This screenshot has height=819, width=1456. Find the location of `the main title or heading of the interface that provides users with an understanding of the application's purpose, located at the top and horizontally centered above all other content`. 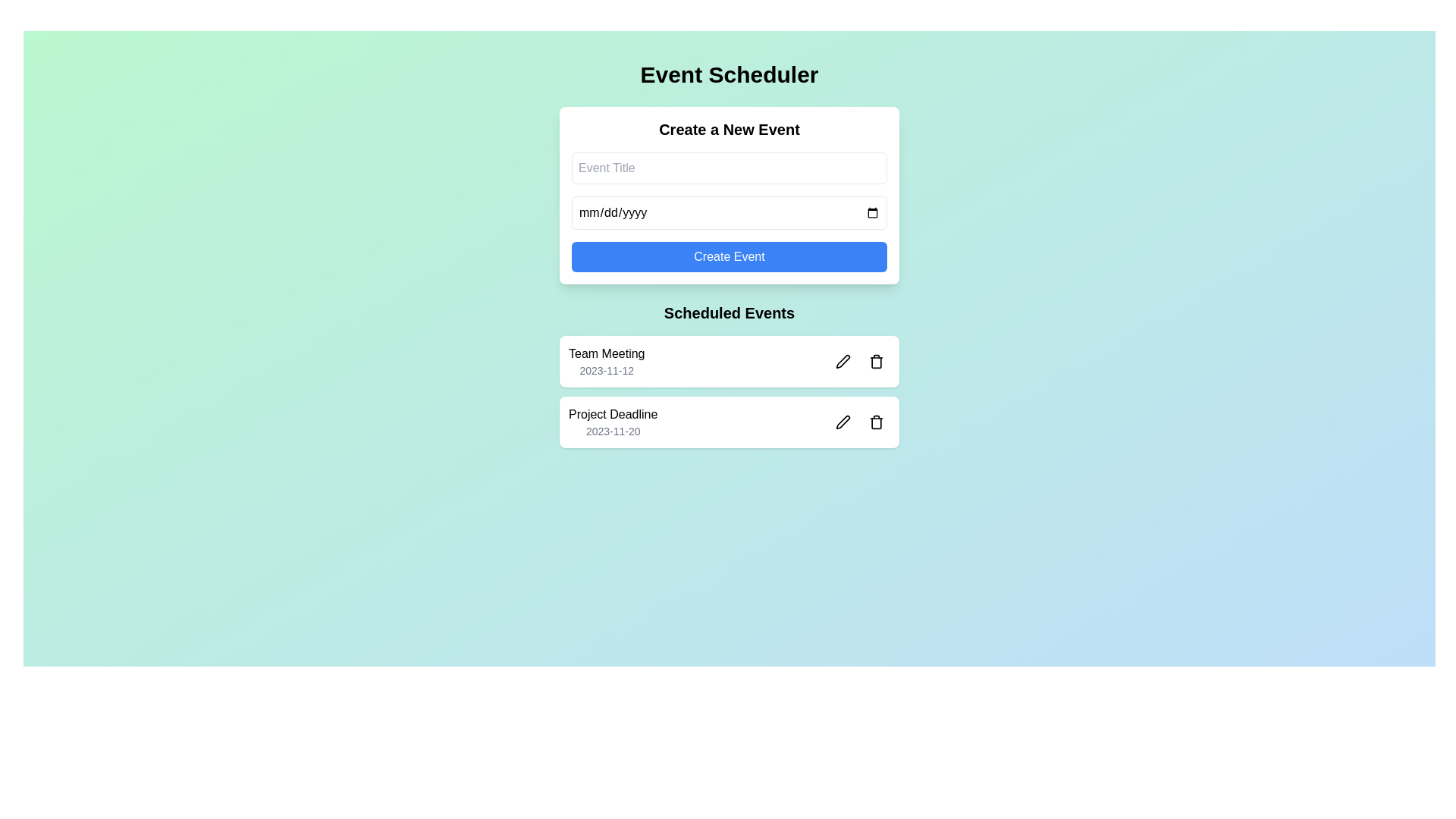

the main title or heading of the interface that provides users with an understanding of the application's purpose, located at the top and horizontally centered above all other content is located at coordinates (729, 75).